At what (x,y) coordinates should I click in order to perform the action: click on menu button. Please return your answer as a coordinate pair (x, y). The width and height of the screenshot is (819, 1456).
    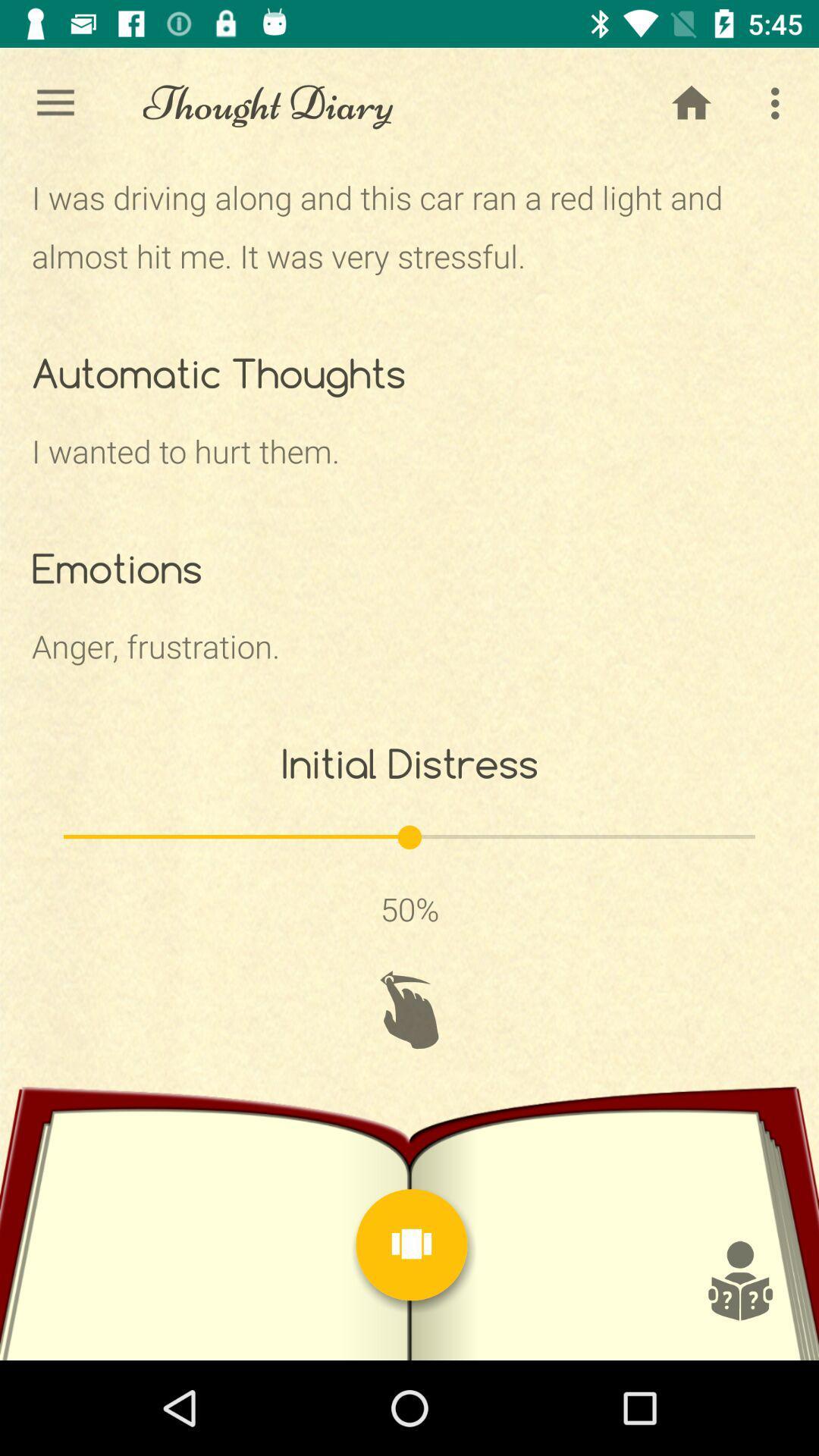
    Looking at the image, I should click on (412, 1244).